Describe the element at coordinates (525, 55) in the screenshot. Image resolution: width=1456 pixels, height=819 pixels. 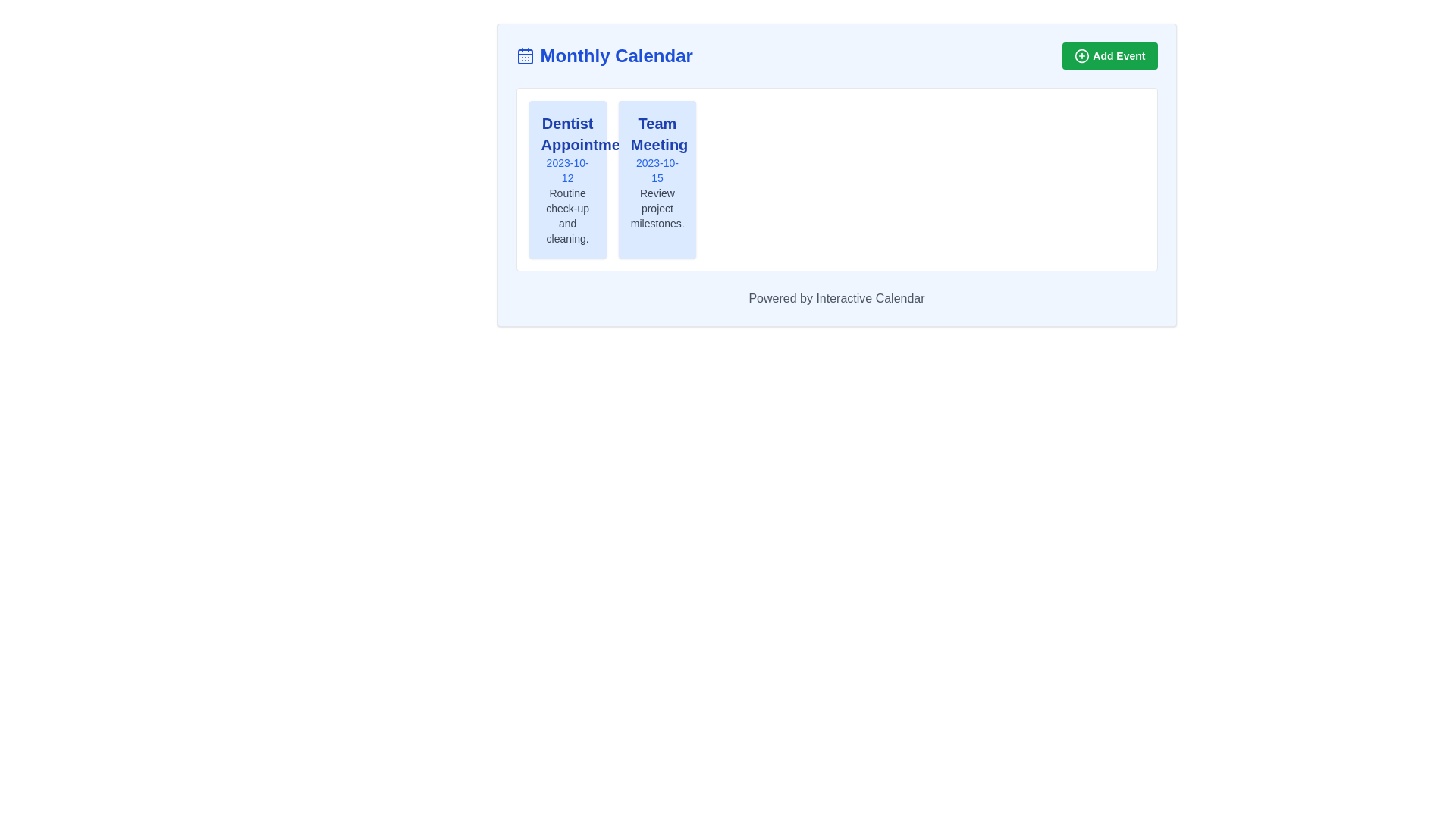
I see `the decorative element within the SVG graphic that represents a calendar, located at the top left of the interface next to the 'Monthly Calendar' title` at that location.